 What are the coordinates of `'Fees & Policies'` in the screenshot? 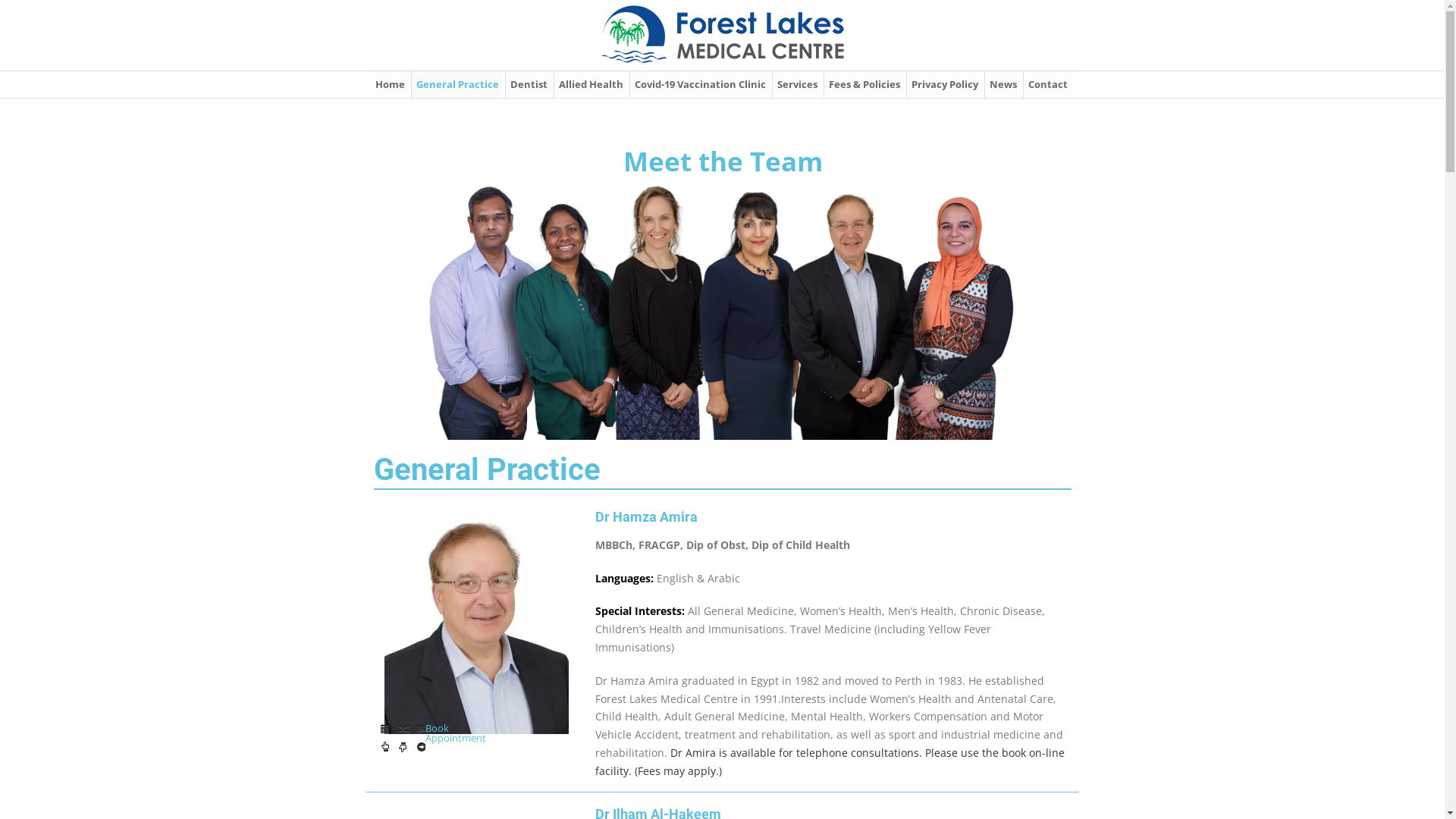 It's located at (823, 84).